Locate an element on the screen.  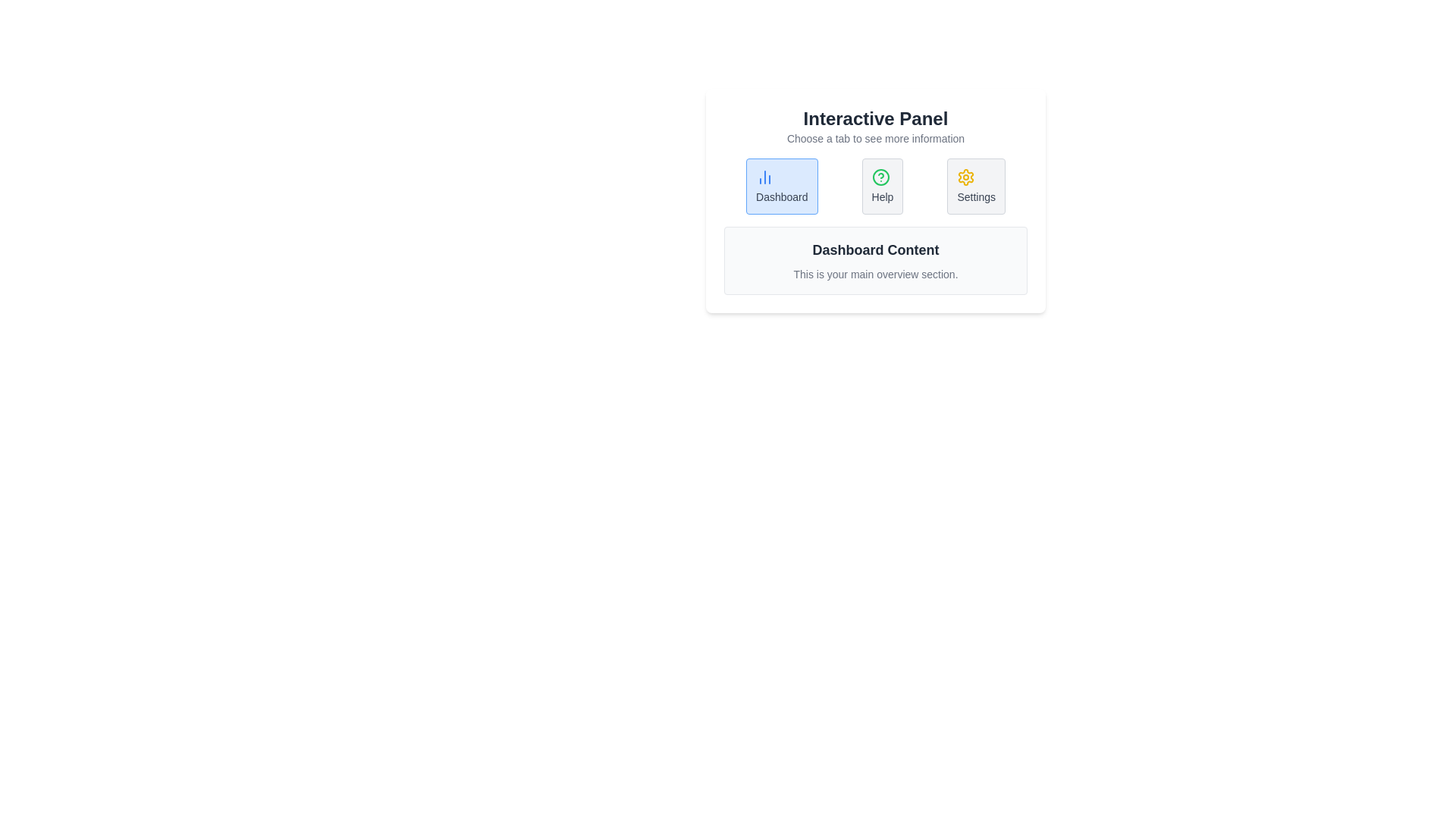
the Static text label reading 'This is your main overview section.' located below the heading 'Dashboard Content' is located at coordinates (876, 275).